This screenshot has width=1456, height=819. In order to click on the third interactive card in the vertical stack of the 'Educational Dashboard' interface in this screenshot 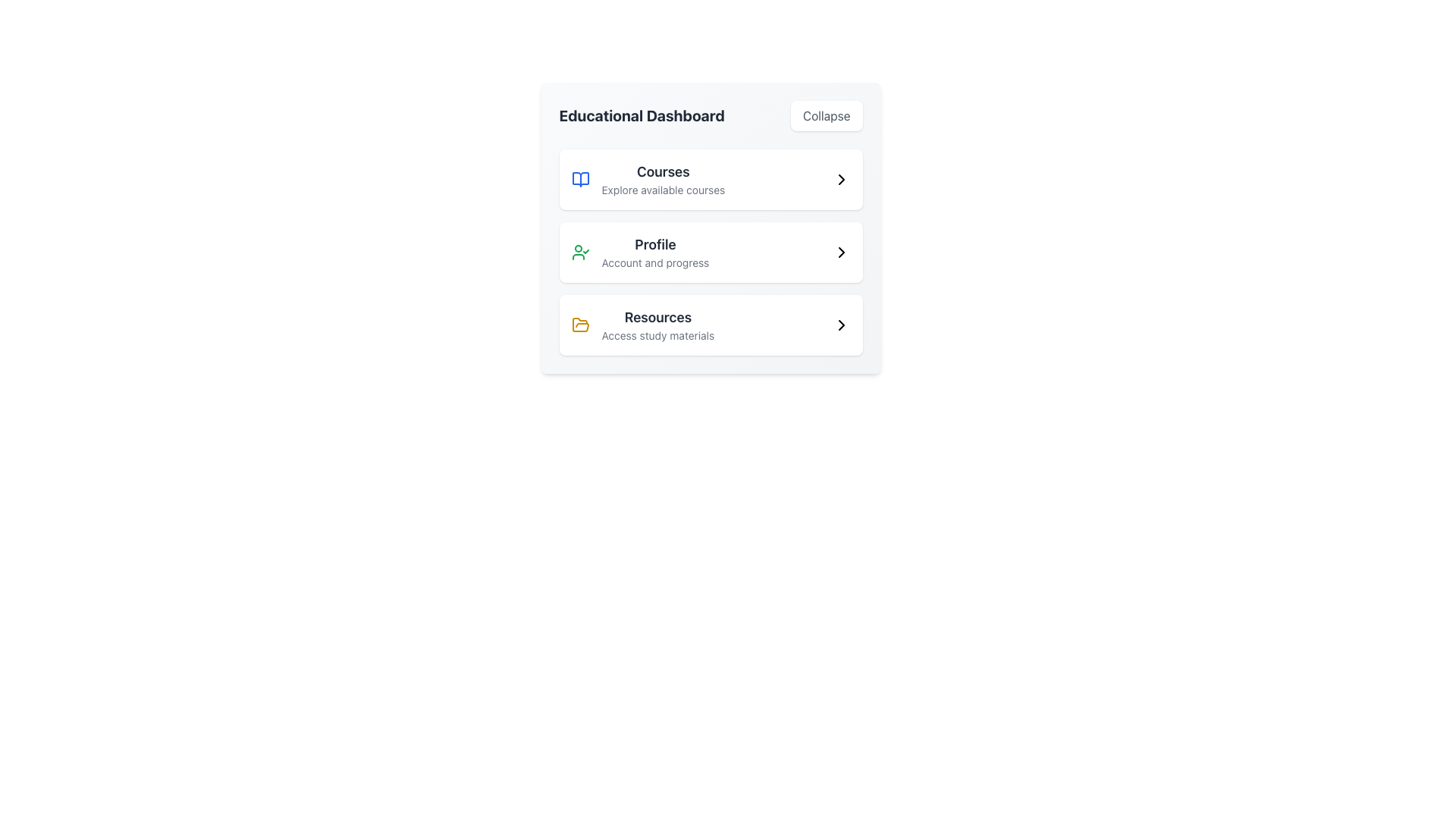, I will do `click(710, 324)`.